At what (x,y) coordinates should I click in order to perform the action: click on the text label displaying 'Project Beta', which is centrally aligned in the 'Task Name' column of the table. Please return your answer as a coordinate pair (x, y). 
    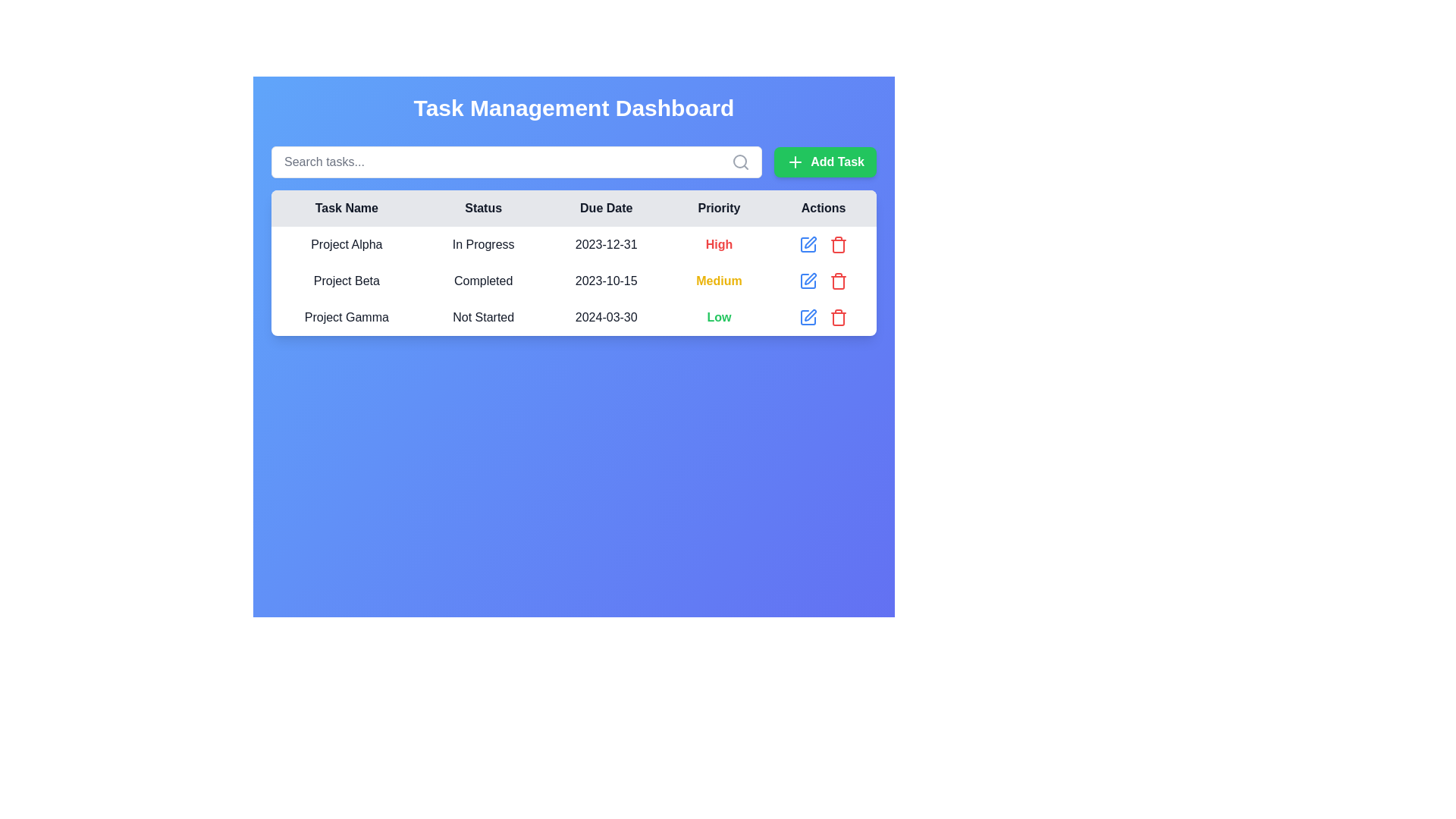
    Looking at the image, I should click on (346, 281).